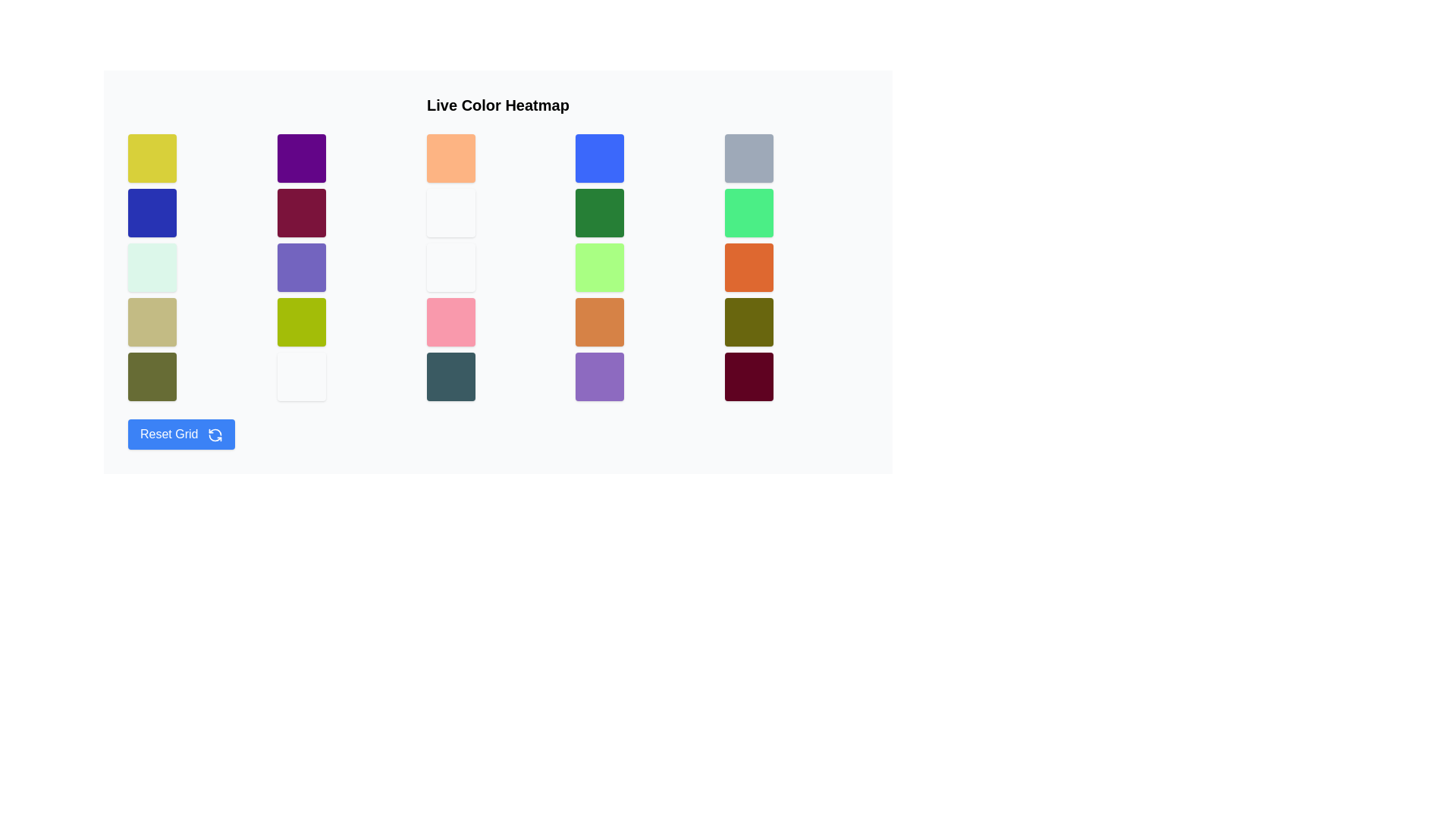 This screenshot has width=1456, height=819. I want to click on the reset button located in the bottom-left corner of the layout section to observe the visual effect it triggers, so click(181, 435).